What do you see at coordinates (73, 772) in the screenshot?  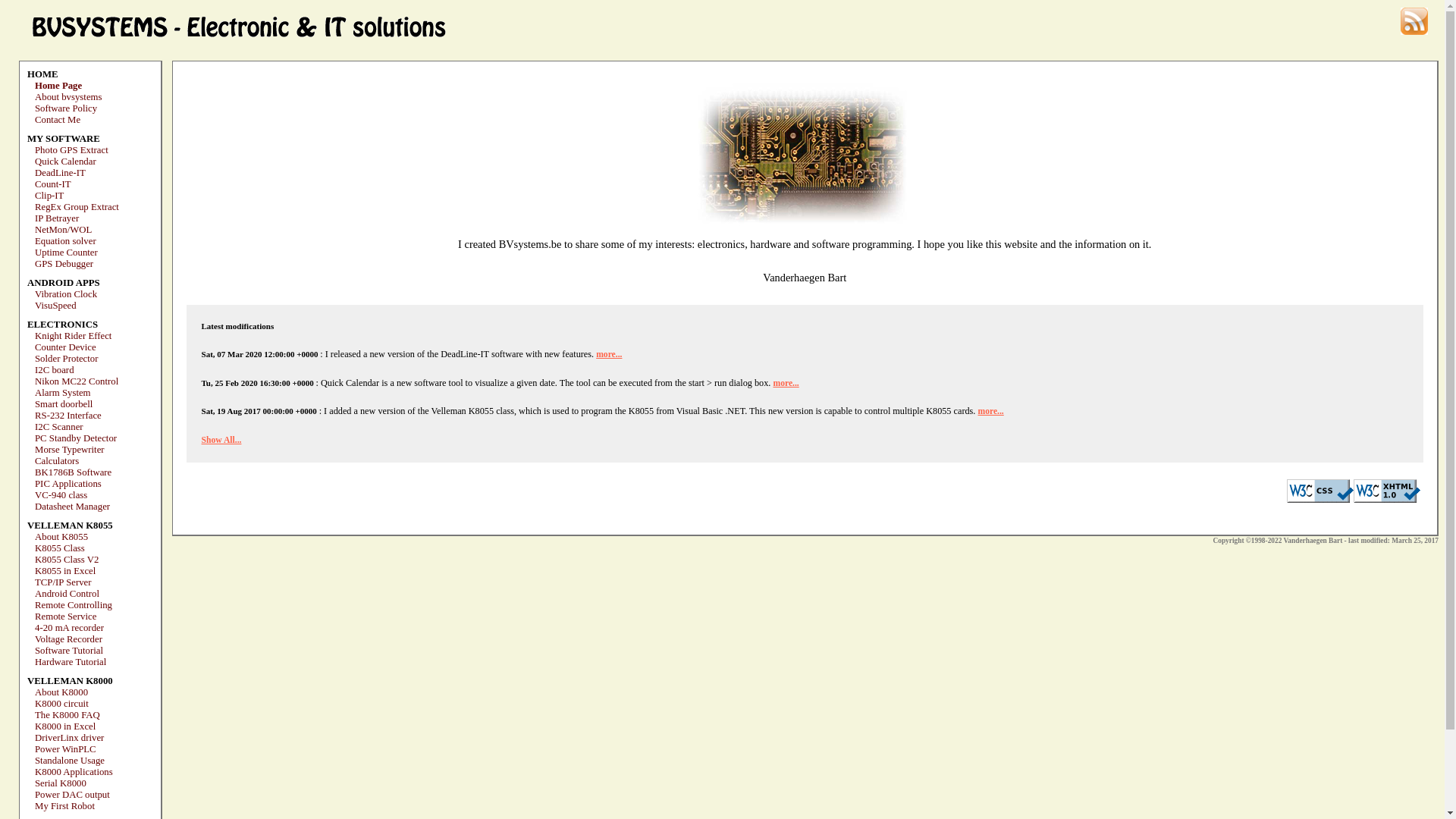 I see `'K8000 Applications'` at bounding box center [73, 772].